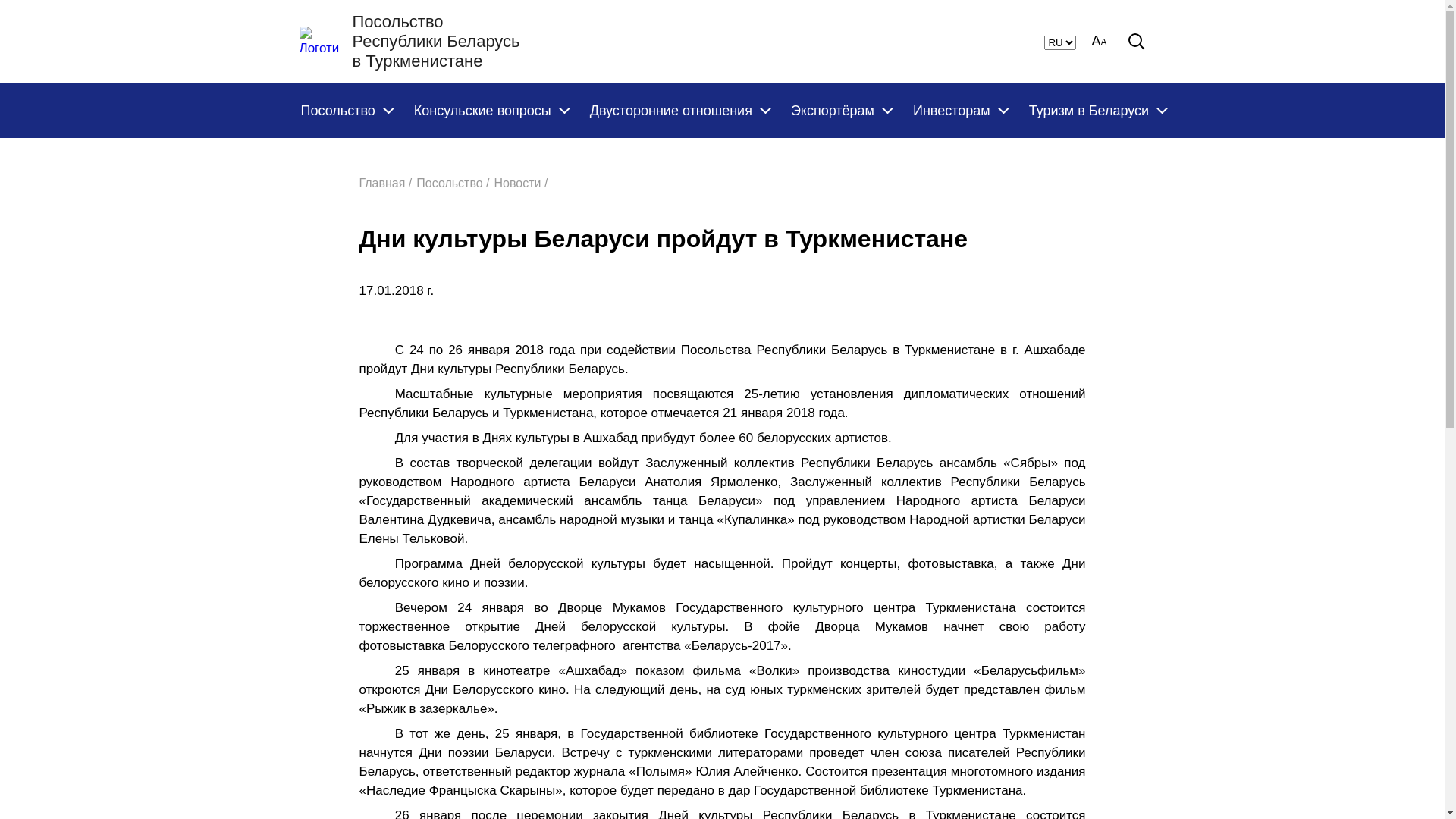  Describe the element at coordinates (1099, 40) in the screenshot. I see `'AA'` at that location.